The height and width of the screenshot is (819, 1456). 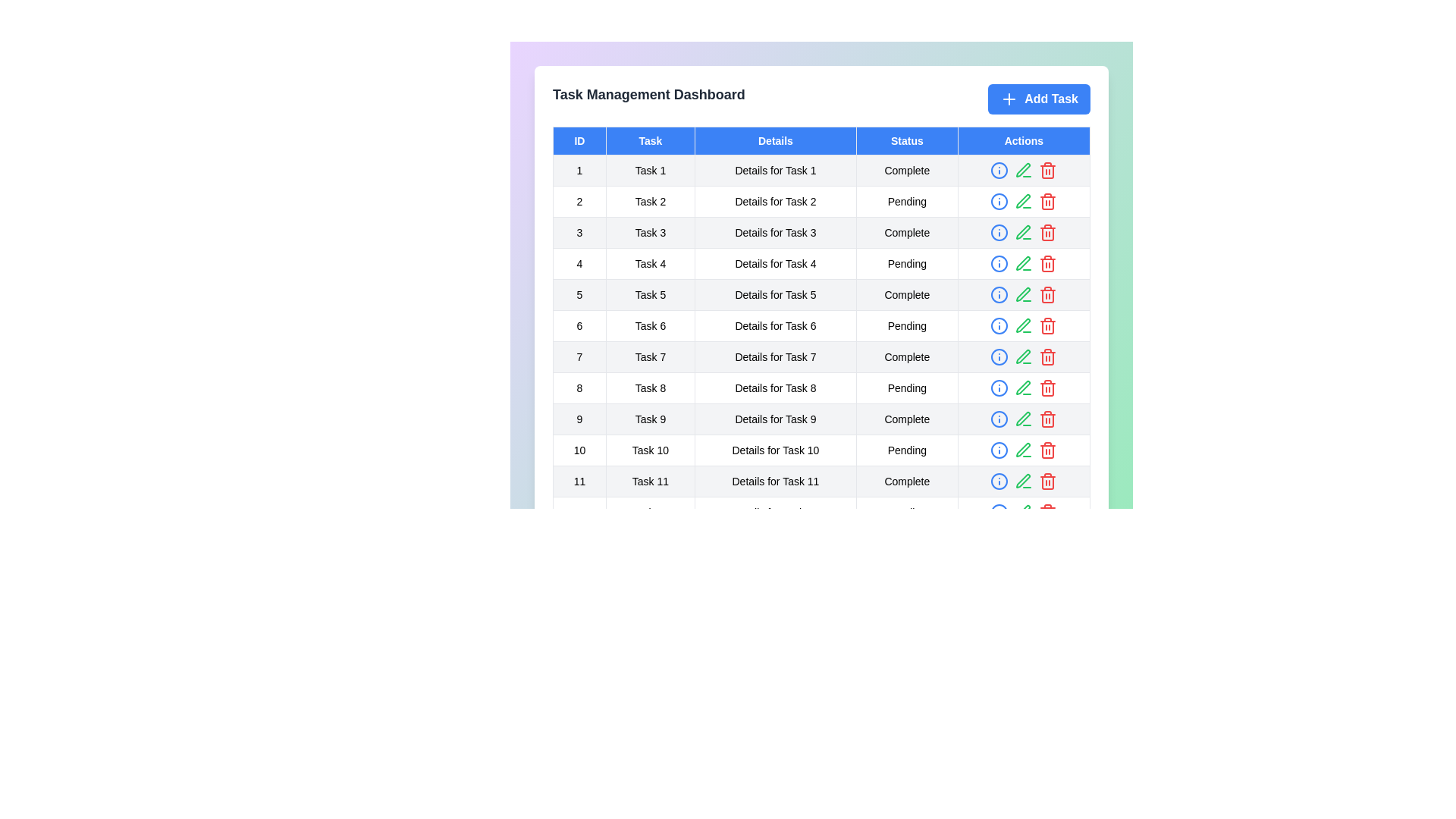 What do you see at coordinates (579, 140) in the screenshot?
I see `the column header to sort tasks by ID` at bounding box center [579, 140].